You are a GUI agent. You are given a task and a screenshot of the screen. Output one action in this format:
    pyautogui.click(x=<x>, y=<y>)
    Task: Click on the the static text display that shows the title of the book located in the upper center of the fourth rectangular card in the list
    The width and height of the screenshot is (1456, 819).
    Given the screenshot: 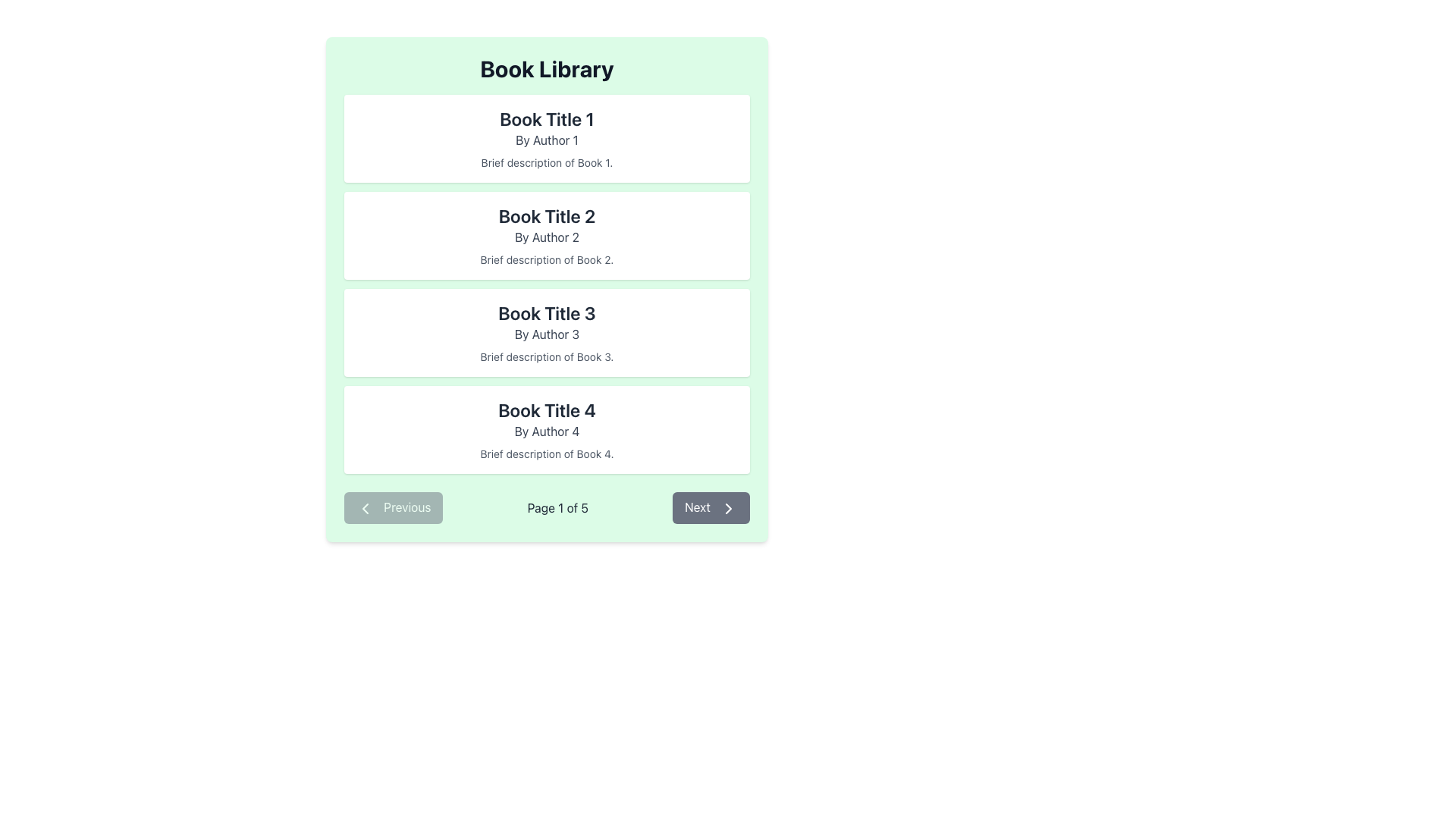 What is the action you would take?
    pyautogui.click(x=546, y=409)
    